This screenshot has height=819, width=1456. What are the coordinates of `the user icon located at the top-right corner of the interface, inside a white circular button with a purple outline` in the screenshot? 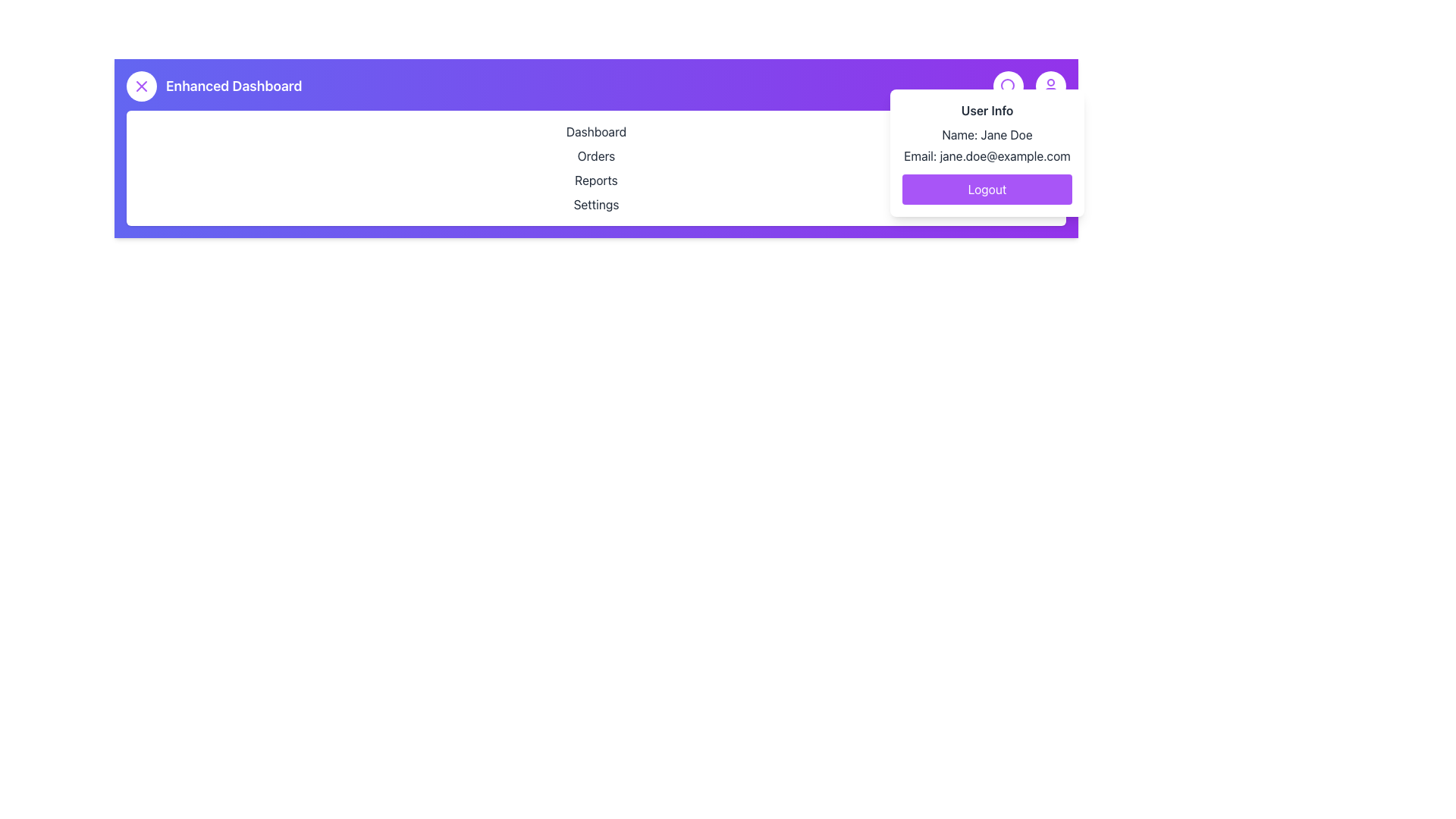 It's located at (1050, 86).